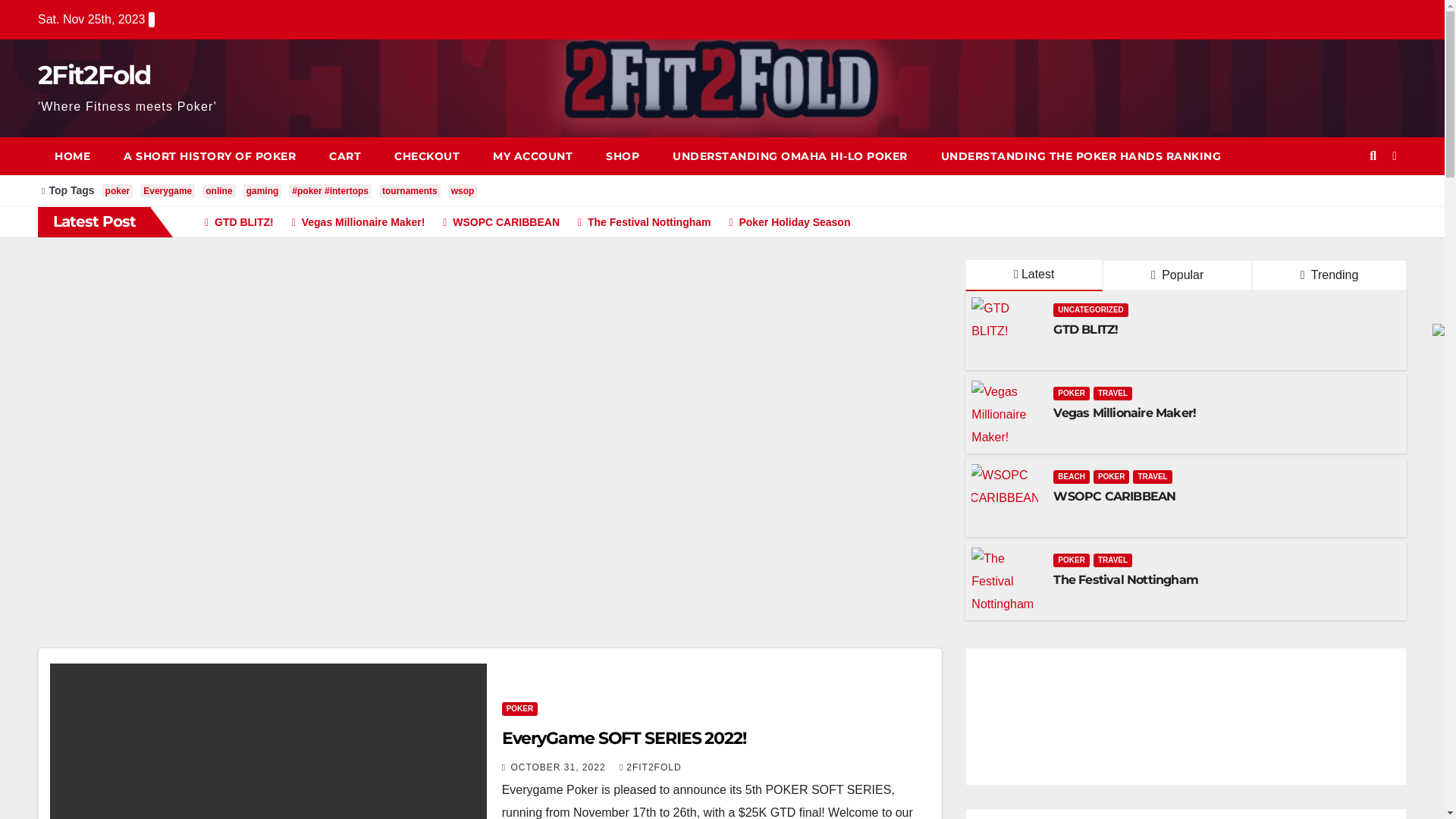 This screenshot has width=1456, height=819. I want to click on 'Popular', so click(1176, 275).